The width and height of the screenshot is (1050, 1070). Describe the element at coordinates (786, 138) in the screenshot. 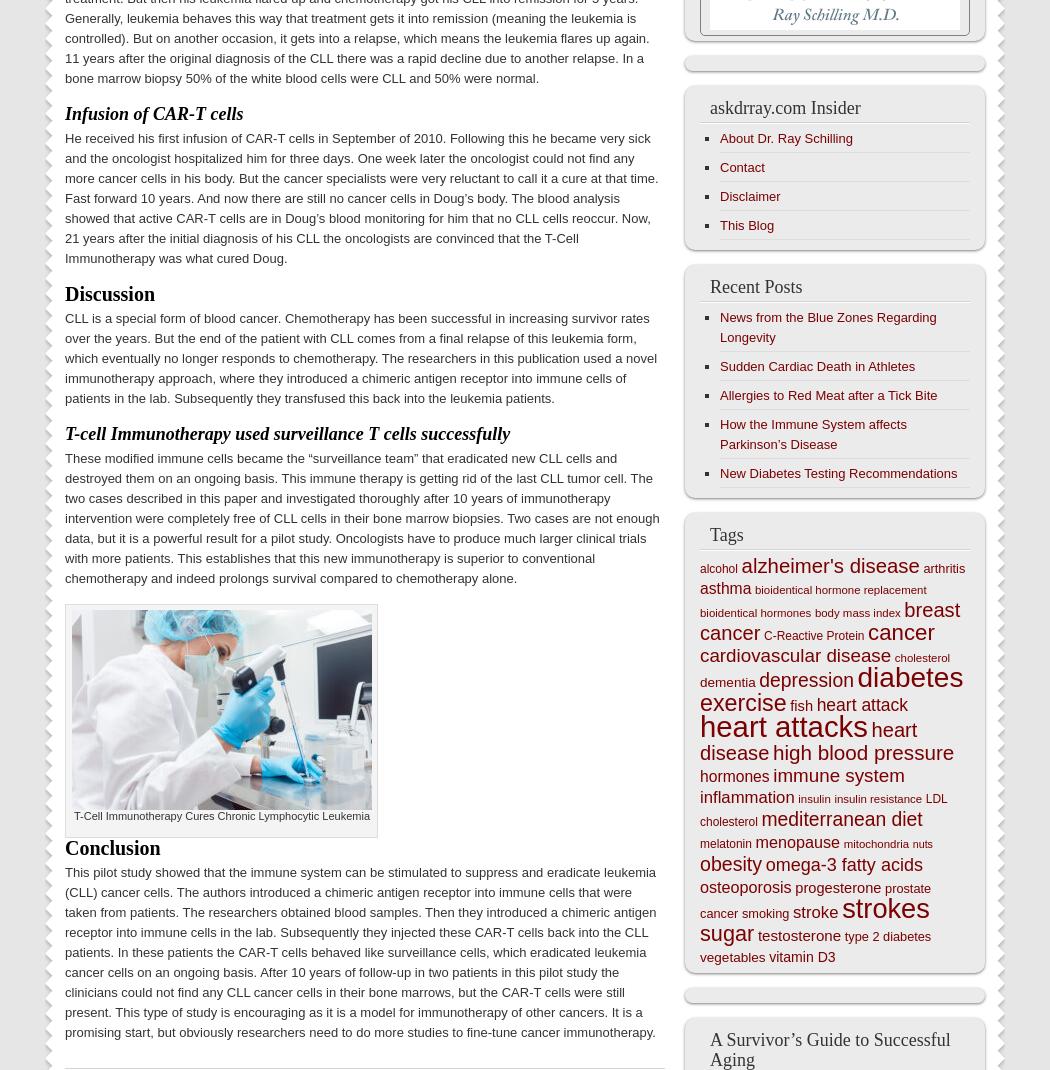

I see `'About Dr. Ray Schilling'` at that location.